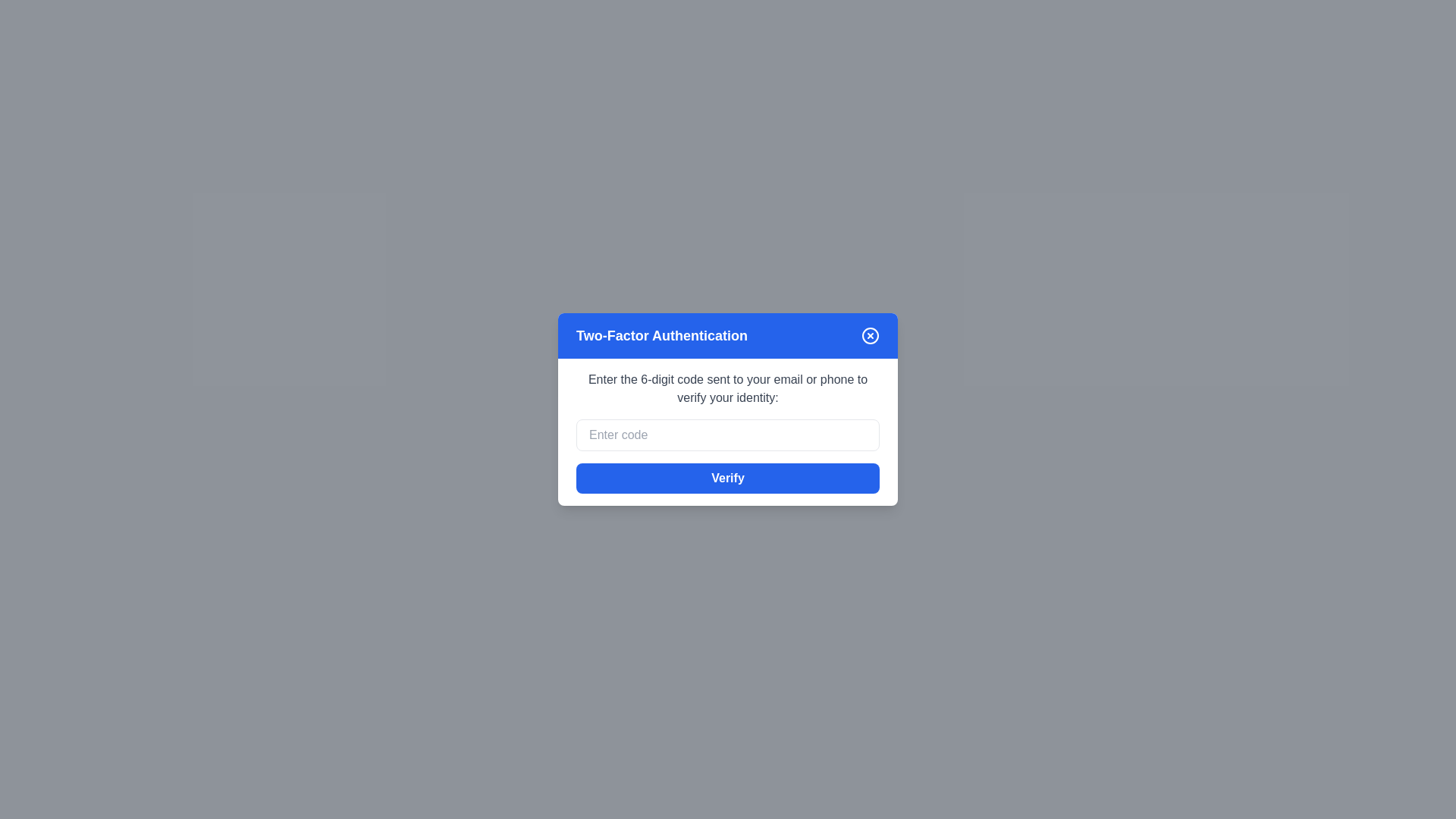  Describe the element at coordinates (575, 371) in the screenshot. I see `the explanatory text for copying or reading` at that location.